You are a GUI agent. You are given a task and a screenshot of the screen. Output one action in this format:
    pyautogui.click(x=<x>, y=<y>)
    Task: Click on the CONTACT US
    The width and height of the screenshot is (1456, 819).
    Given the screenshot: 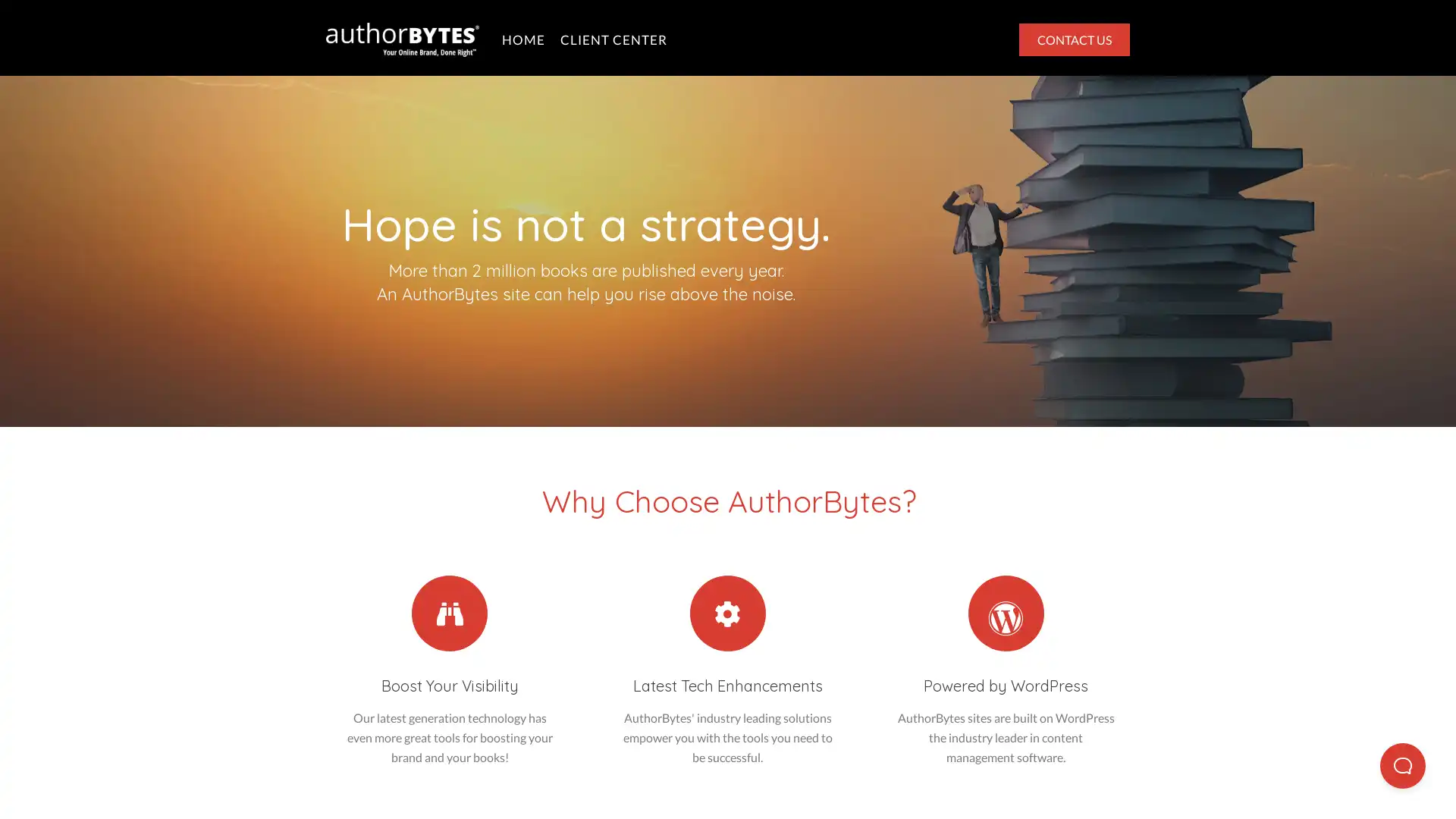 What is the action you would take?
    pyautogui.click(x=1073, y=38)
    